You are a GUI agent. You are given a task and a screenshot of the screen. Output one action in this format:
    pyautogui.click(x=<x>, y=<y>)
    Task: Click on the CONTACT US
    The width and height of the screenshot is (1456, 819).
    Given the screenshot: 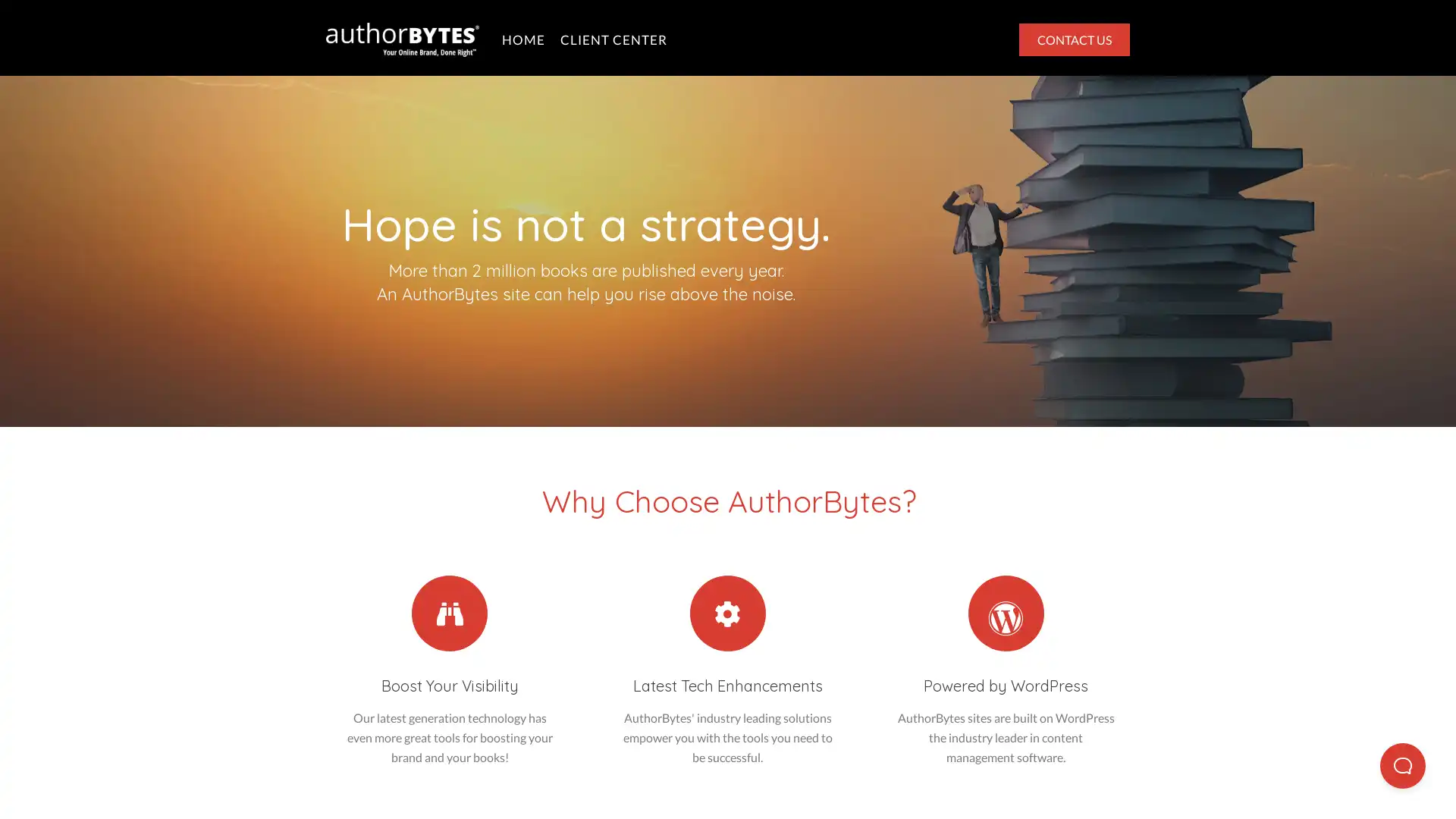 What is the action you would take?
    pyautogui.click(x=1073, y=38)
    